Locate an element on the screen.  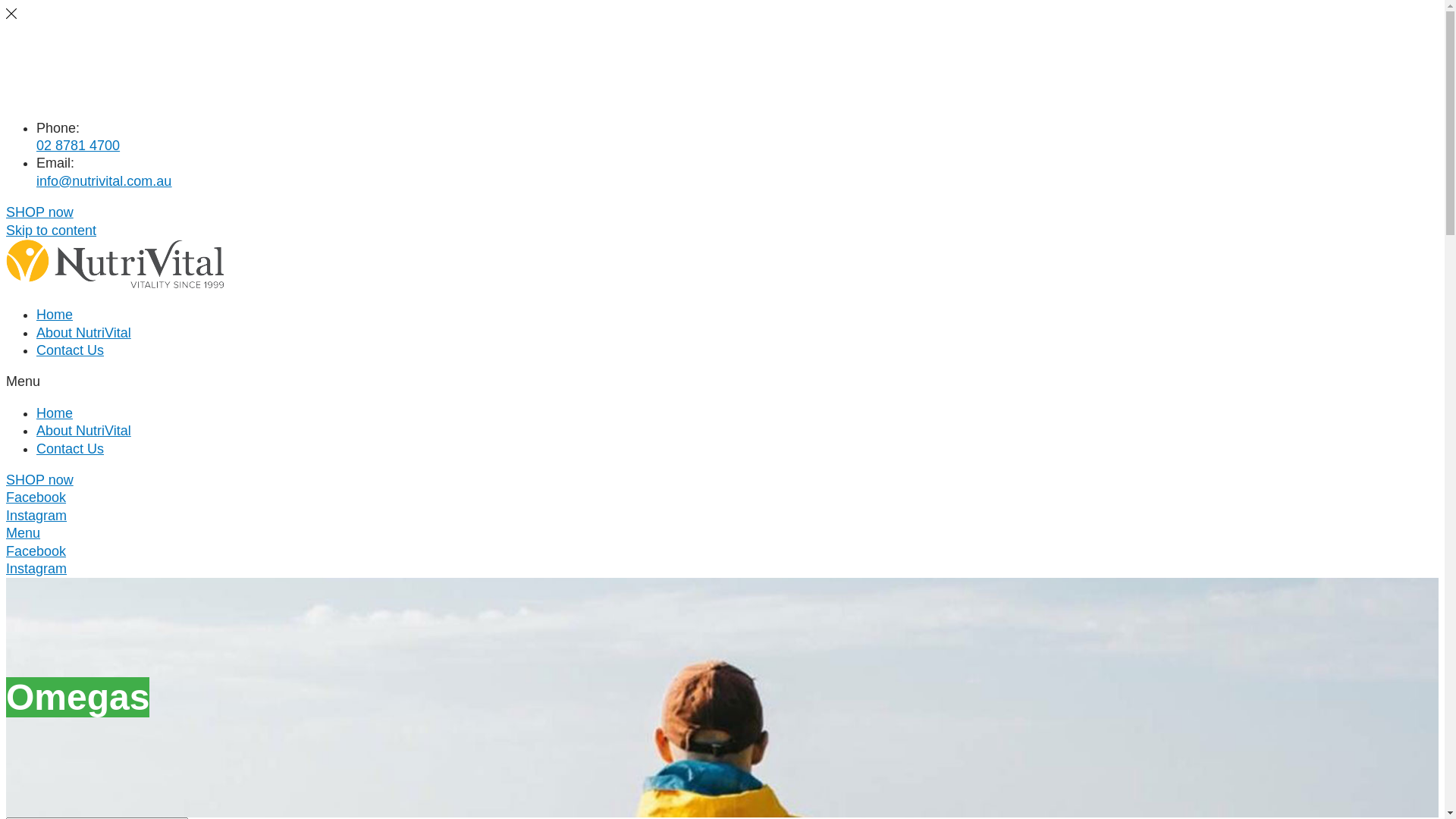
'Facebook' is located at coordinates (36, 551).